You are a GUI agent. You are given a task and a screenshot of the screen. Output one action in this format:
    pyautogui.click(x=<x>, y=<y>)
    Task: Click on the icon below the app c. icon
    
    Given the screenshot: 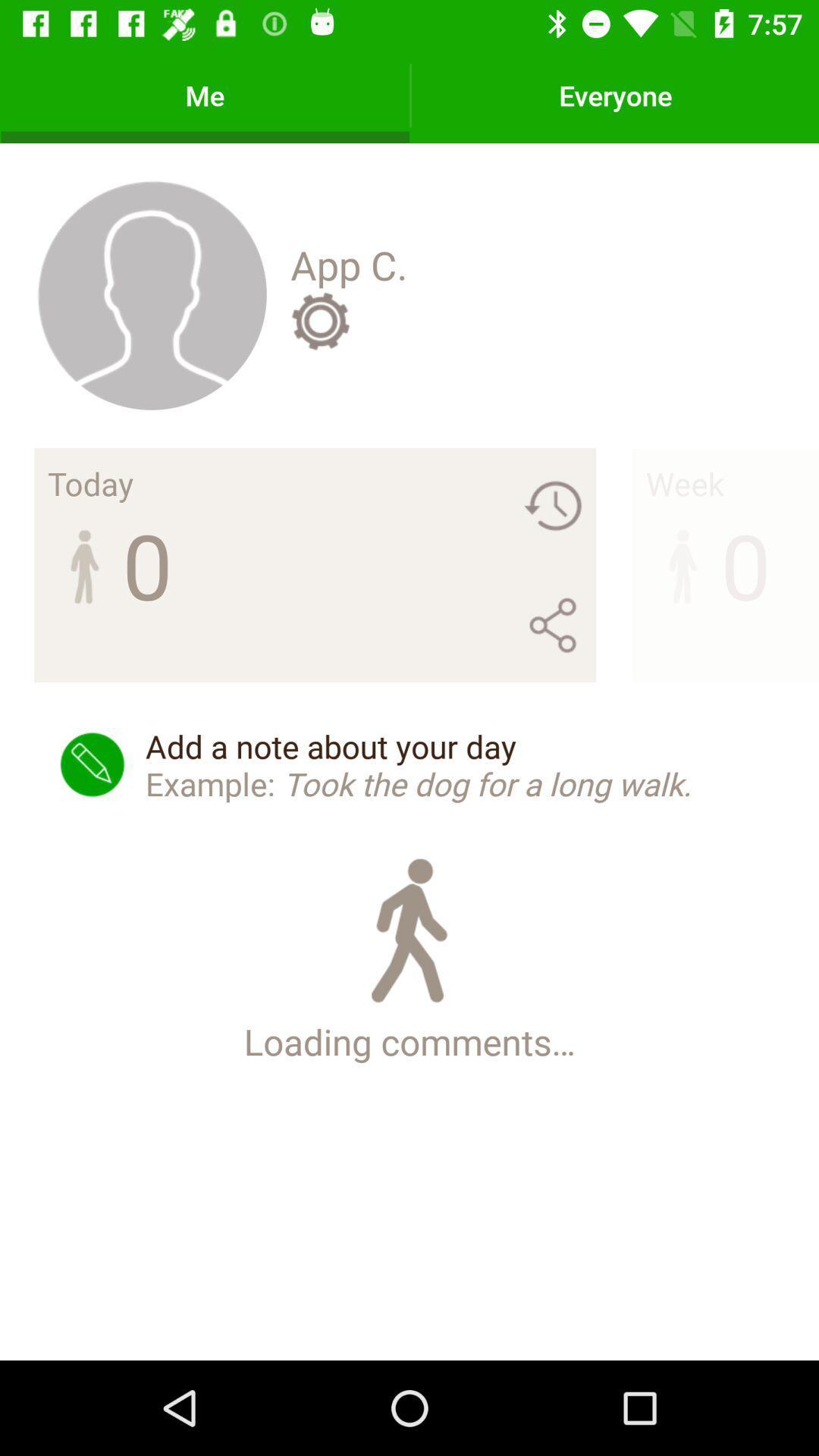 What is the action you would take?
    pyautogui.click(x=319, y=320)
    